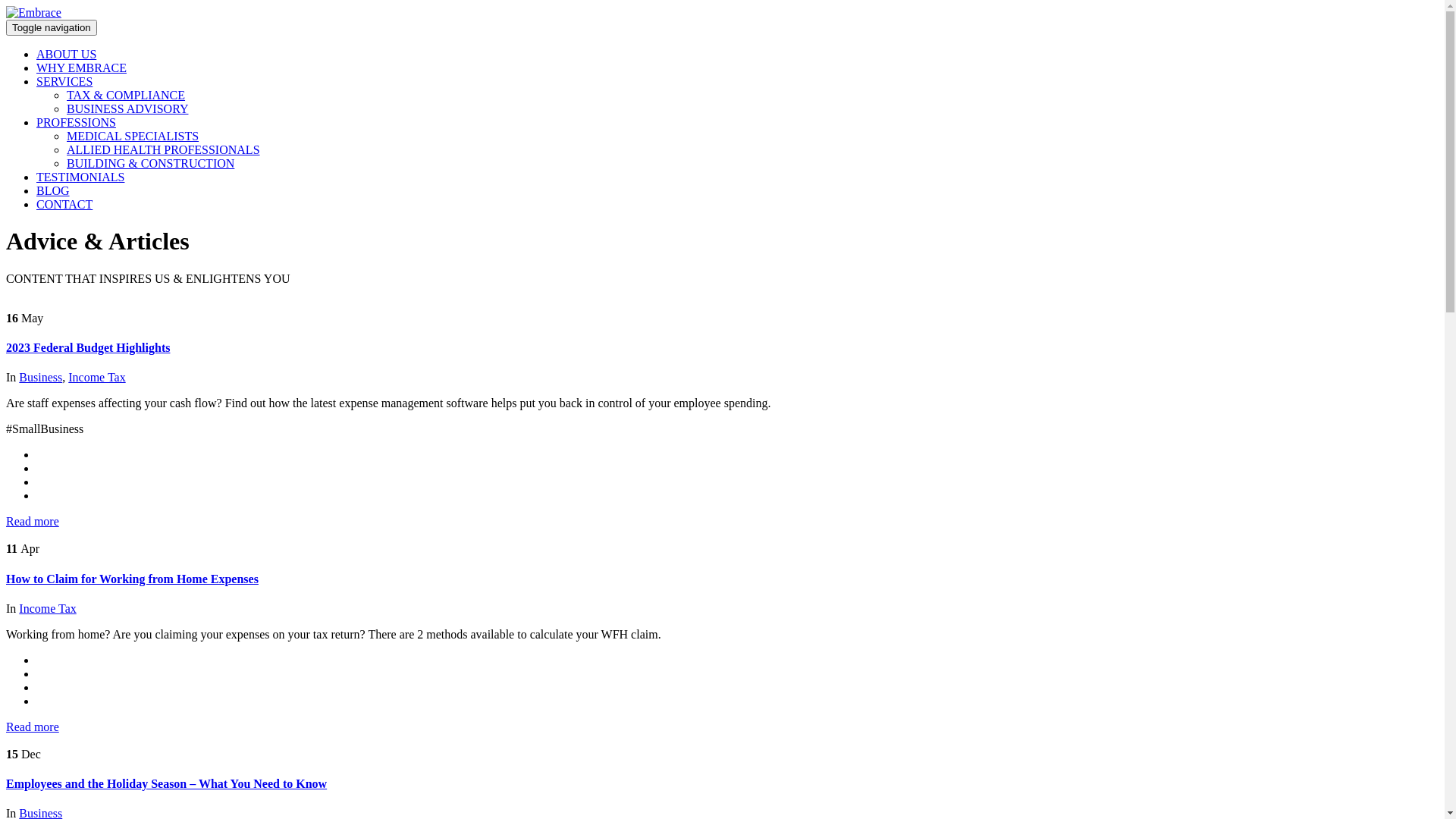 This screenshot has width=1456, height=819. Describe the element at coordinates (64, 203) in the screenshot. I see `'CONTACT'` at that location.